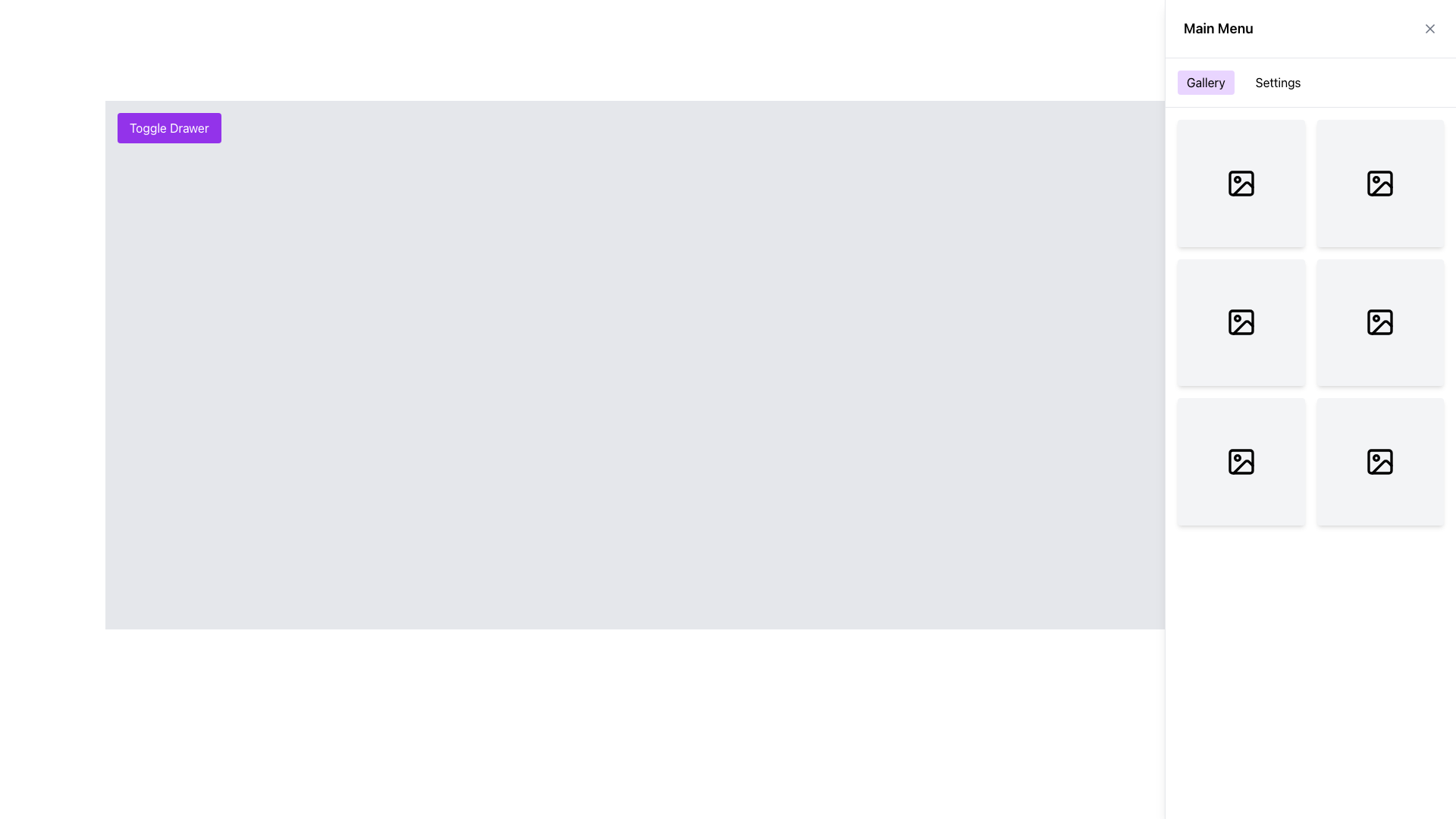  Describe the element at coordinates (1243, 327) in the screenshot. I see `the landscape thumbnail icon located in the second row and second column under the 'Gallery' tab in the side panel` at that location.